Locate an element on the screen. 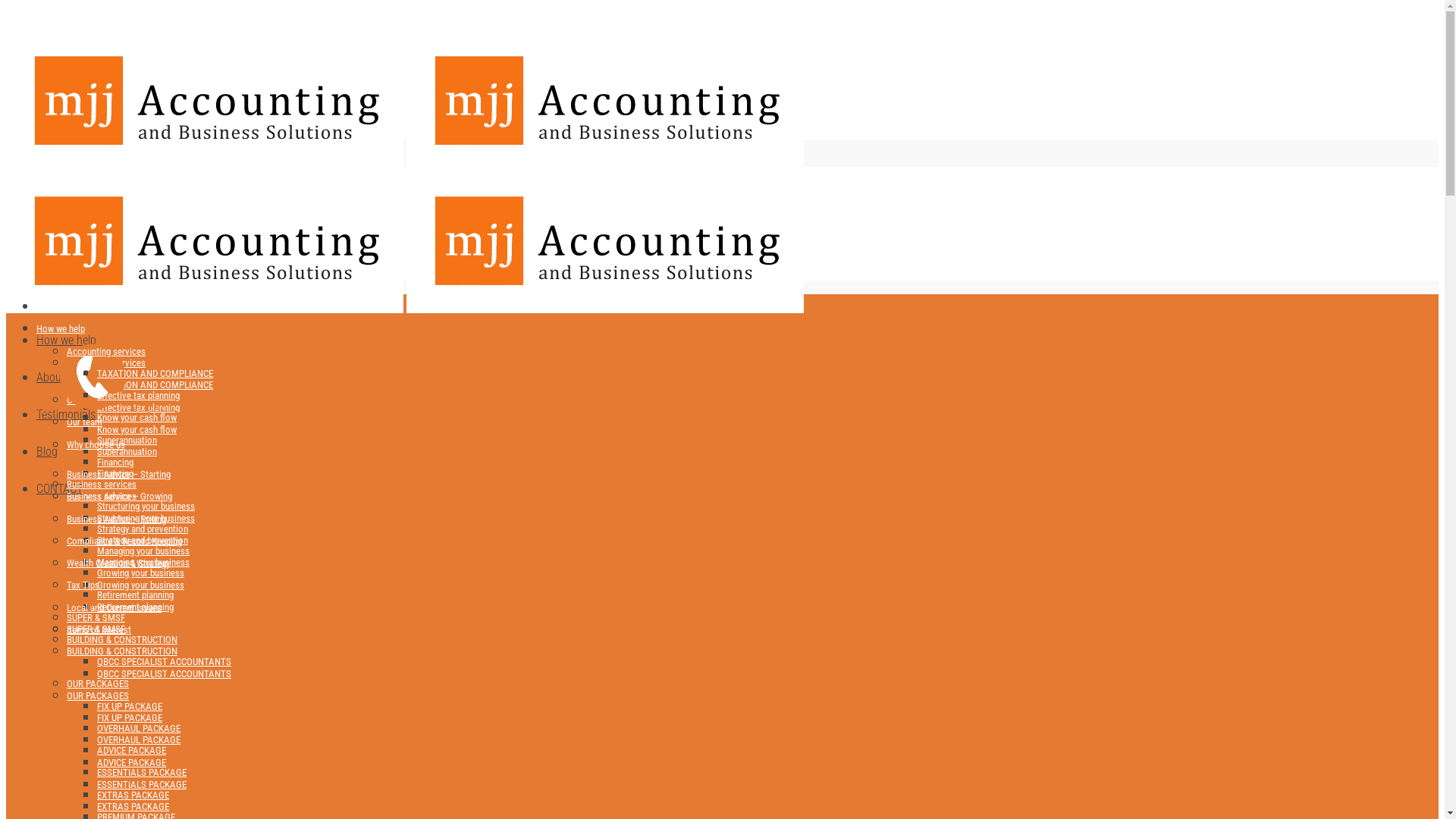 Image resolution: width=1456 pixels, height=819 pixels. 'FIX UP PACKAGE' is located at coordinates (130, 717).